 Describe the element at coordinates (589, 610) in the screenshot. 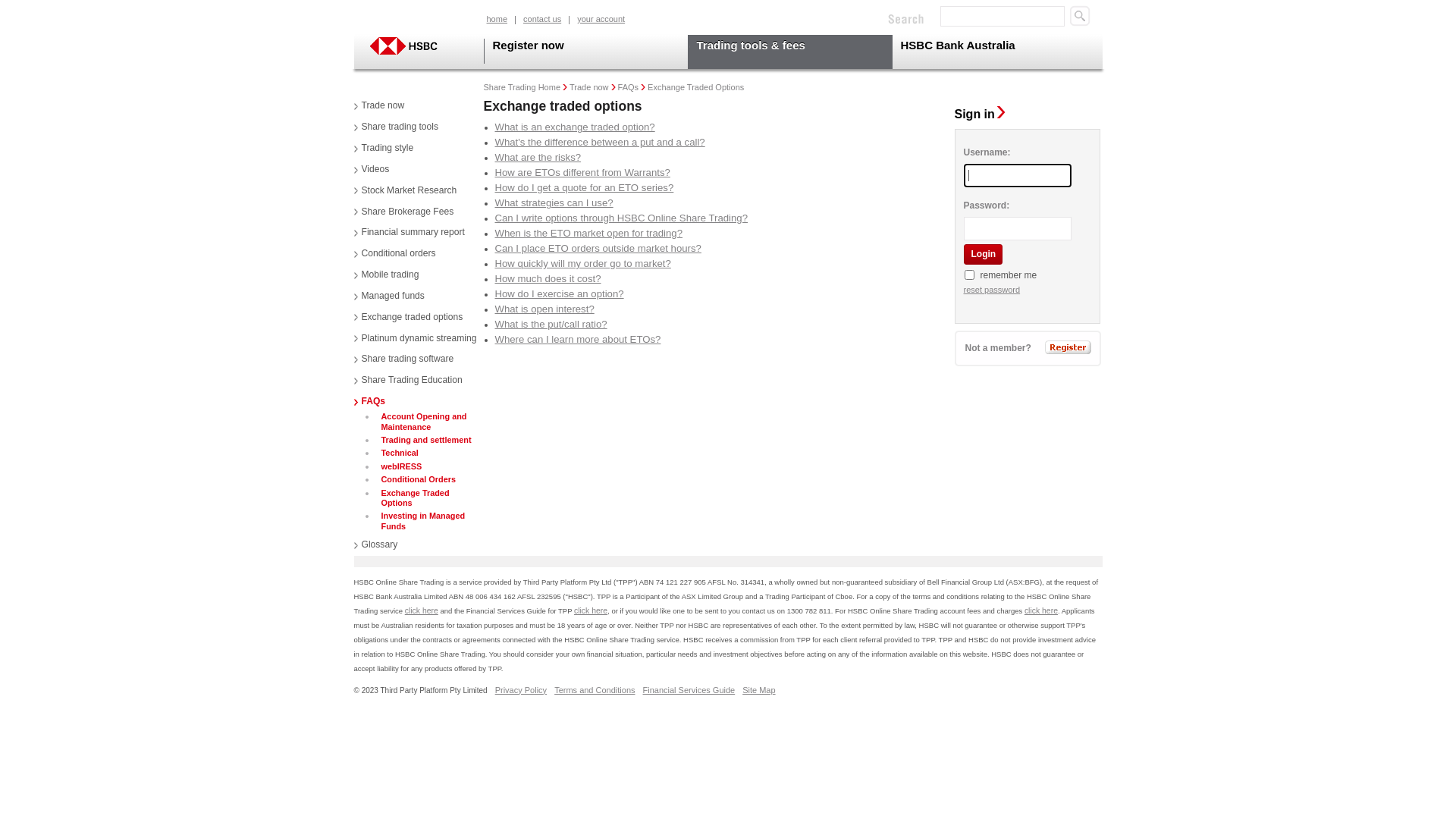

I see `'click here'` at that location.